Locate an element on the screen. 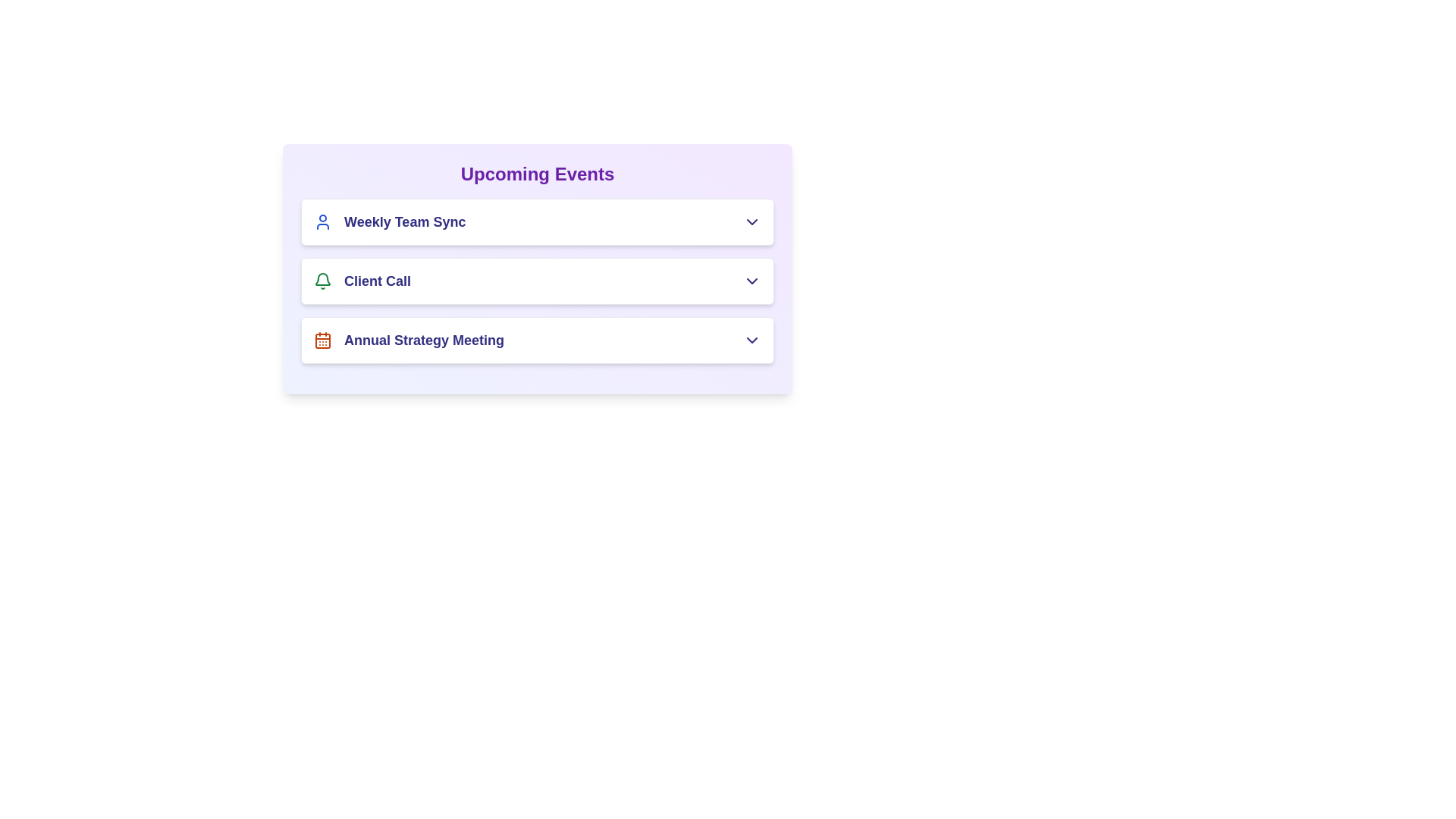  the decorative icon located to the left of the 'Client Call' text label in the 'Upcoming Events' section is located at coordinates (322, 281).